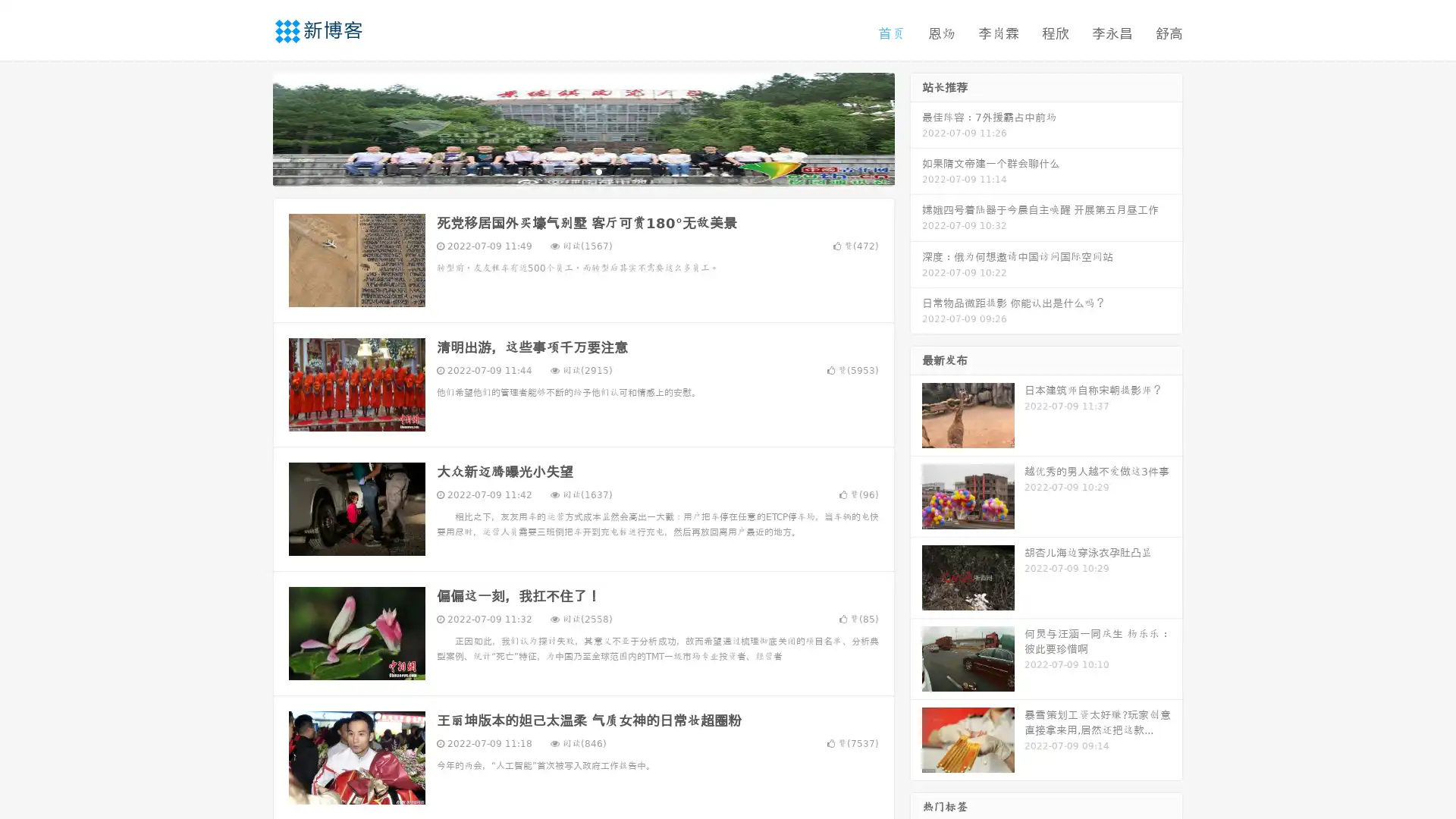 The height and width of the screenshot is (819, 1456). What do you see at coordinates (567, 171) in the screenshot?
I see `Go to slide 1` at bounding box center [567, 171].